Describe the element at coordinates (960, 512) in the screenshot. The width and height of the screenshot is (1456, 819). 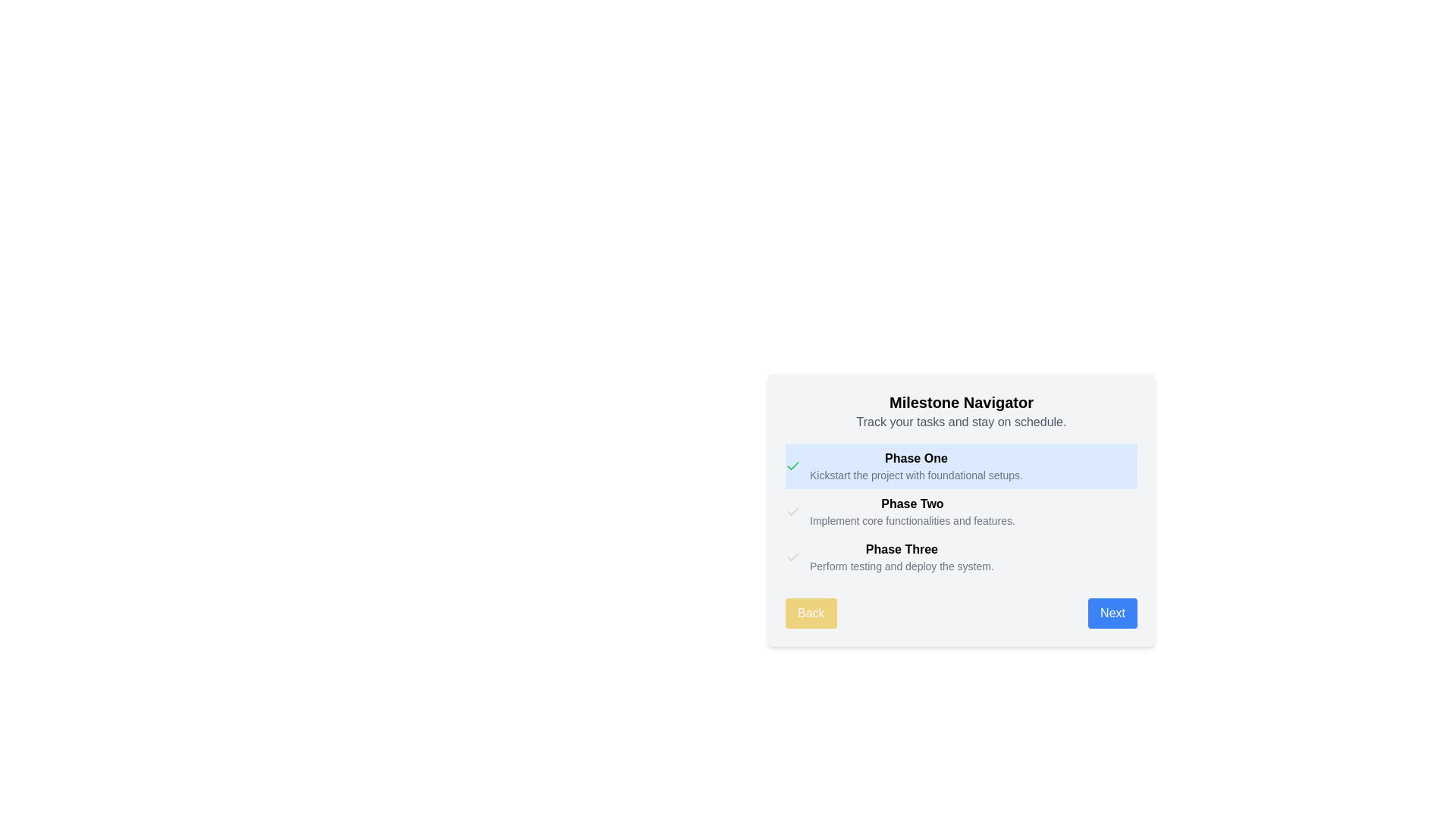
I see `the second item in the milestone navigator list, which includes a title and description of the phase's goals` at that location.